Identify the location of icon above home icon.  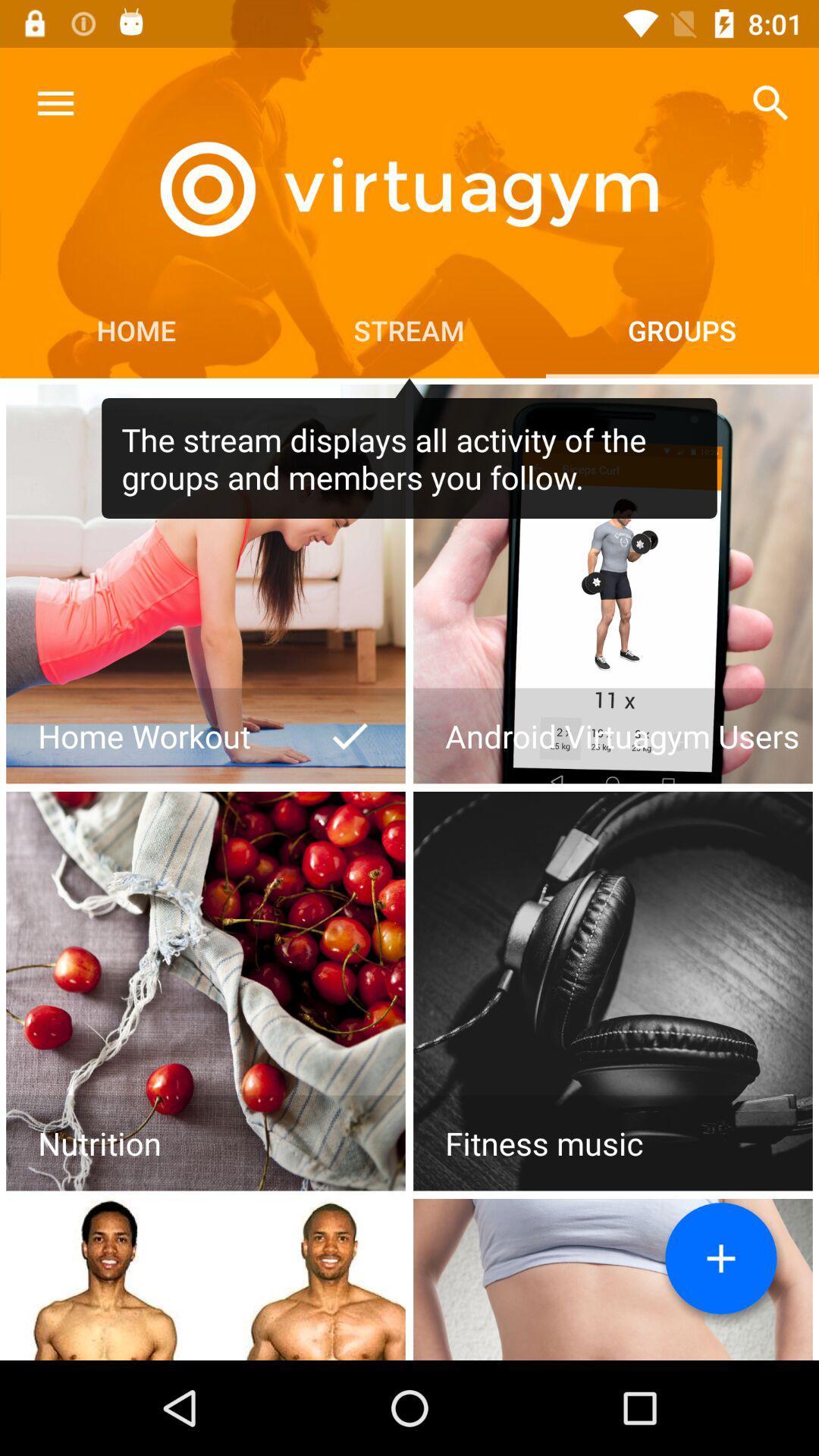
(55, 102).